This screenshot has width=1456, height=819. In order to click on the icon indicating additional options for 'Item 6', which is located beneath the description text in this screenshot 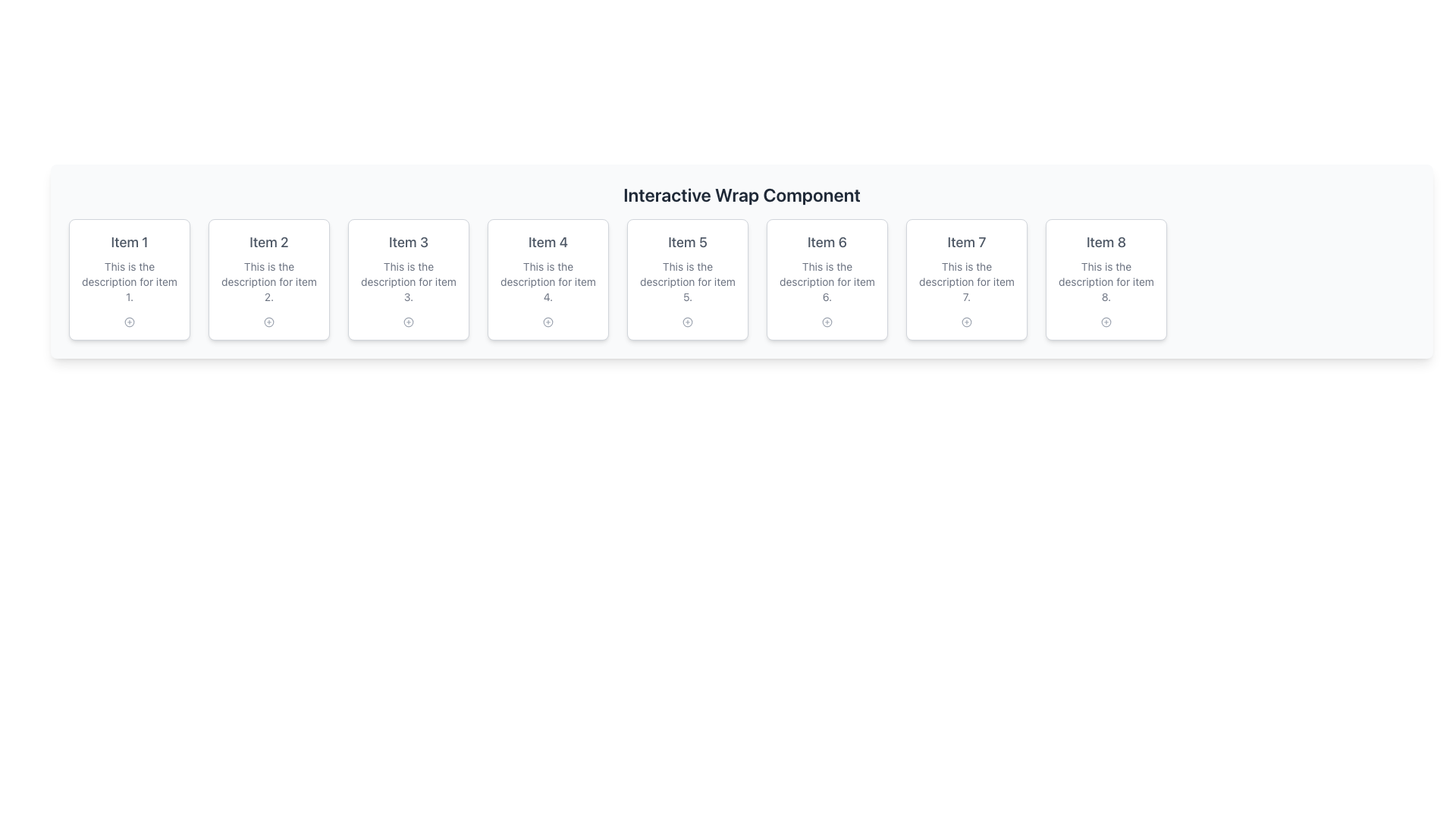, I will do `click(826, 321)`.